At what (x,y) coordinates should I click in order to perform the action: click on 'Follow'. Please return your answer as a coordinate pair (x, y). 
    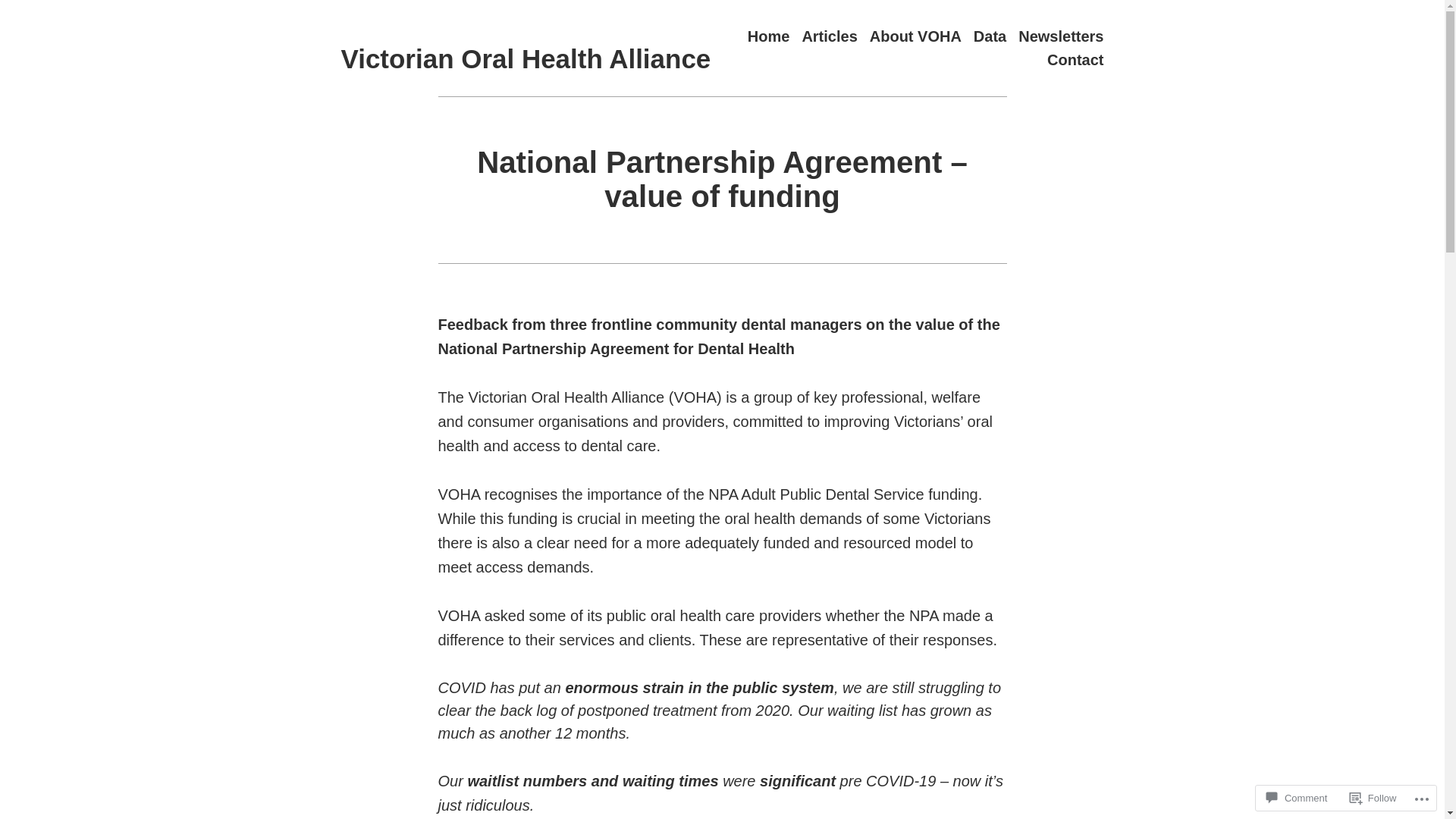
    Looking at the image, I should click on (1373, 797).